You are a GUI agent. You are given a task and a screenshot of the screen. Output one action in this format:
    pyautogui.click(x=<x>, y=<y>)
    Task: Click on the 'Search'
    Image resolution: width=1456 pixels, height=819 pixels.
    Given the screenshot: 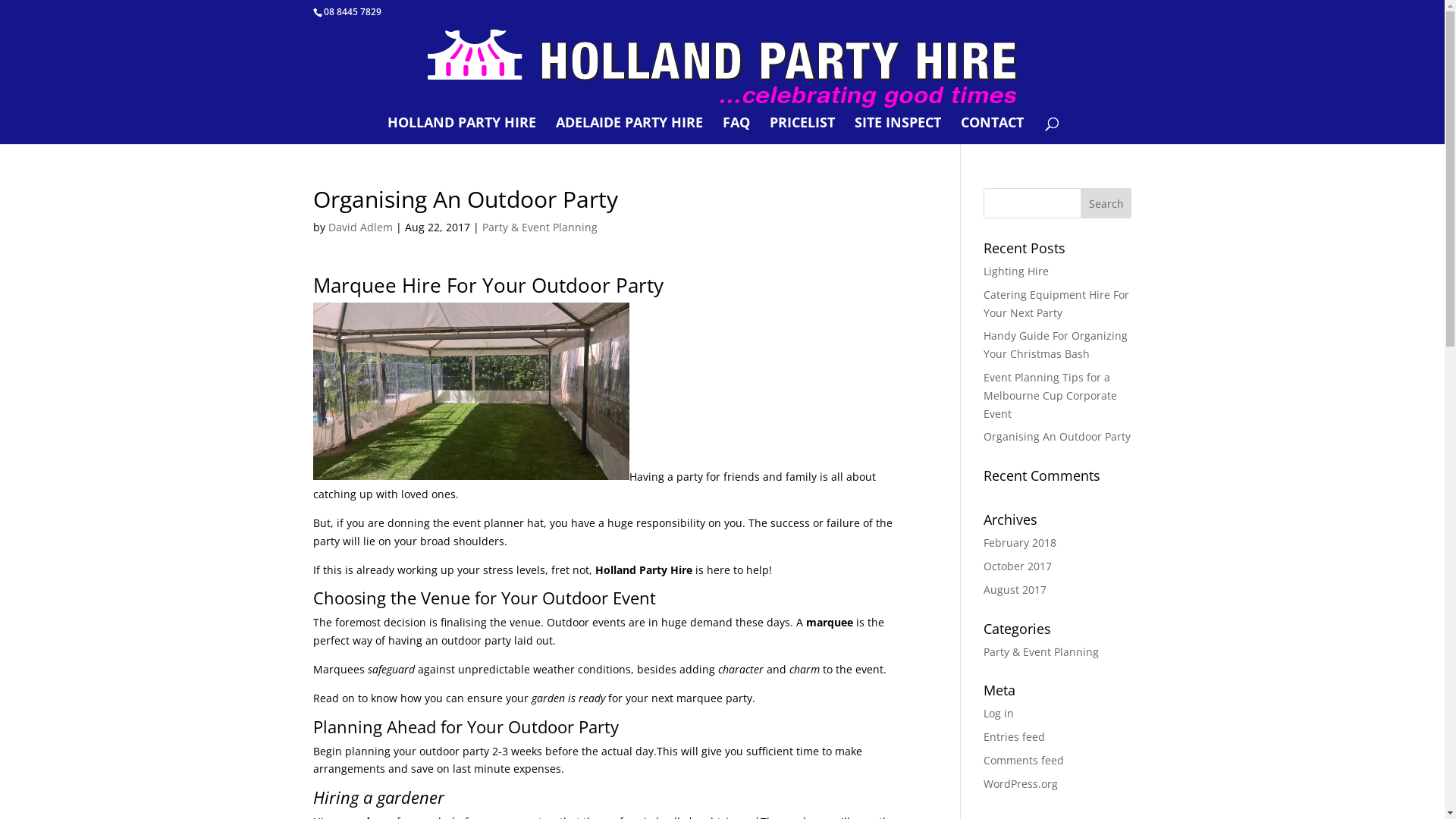 What is the action you would take?
    pyautogui.click(x=1080, y=202)
    